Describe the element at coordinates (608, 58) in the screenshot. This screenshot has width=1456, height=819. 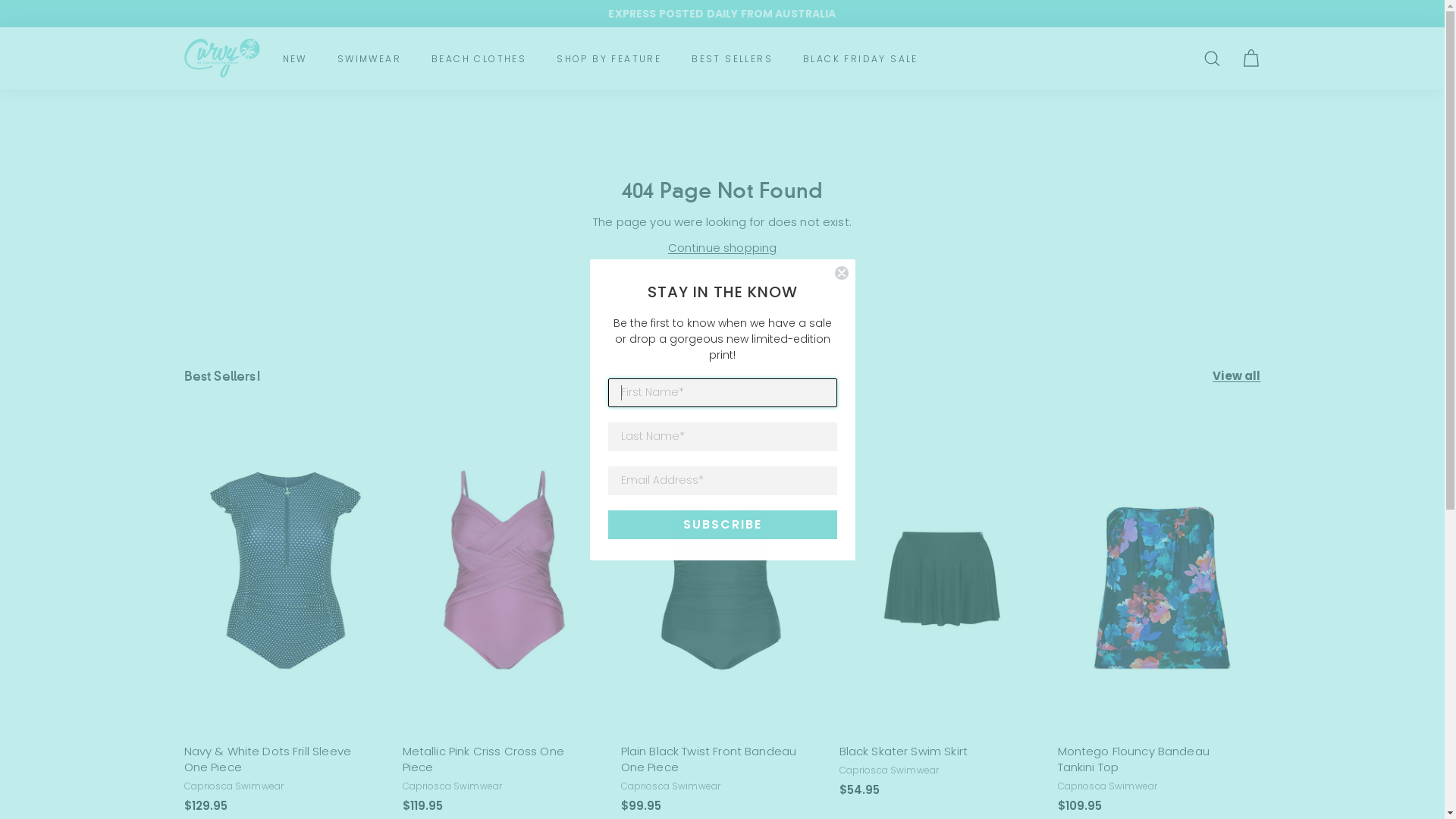
I see `'SHOP BY FEATURE'` at that location.